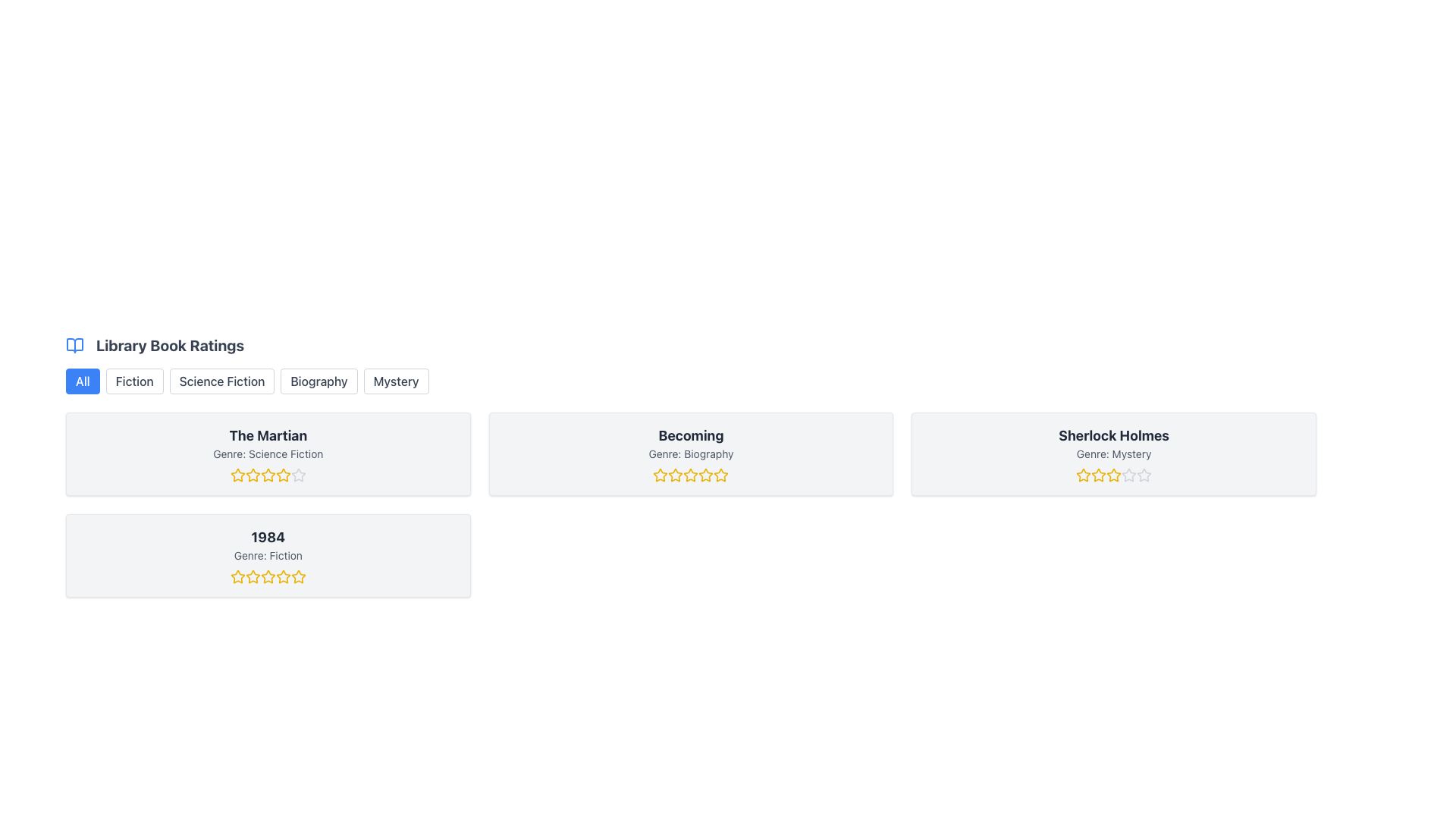 The height and width of the screenshot is (819, 1456). What do you see at coordinates (396, 380) in the screenshot?
I see `the 'Mystery' button in the Library Book Ratings section to apply the Mystery filter` at bounding box center [396, 380].